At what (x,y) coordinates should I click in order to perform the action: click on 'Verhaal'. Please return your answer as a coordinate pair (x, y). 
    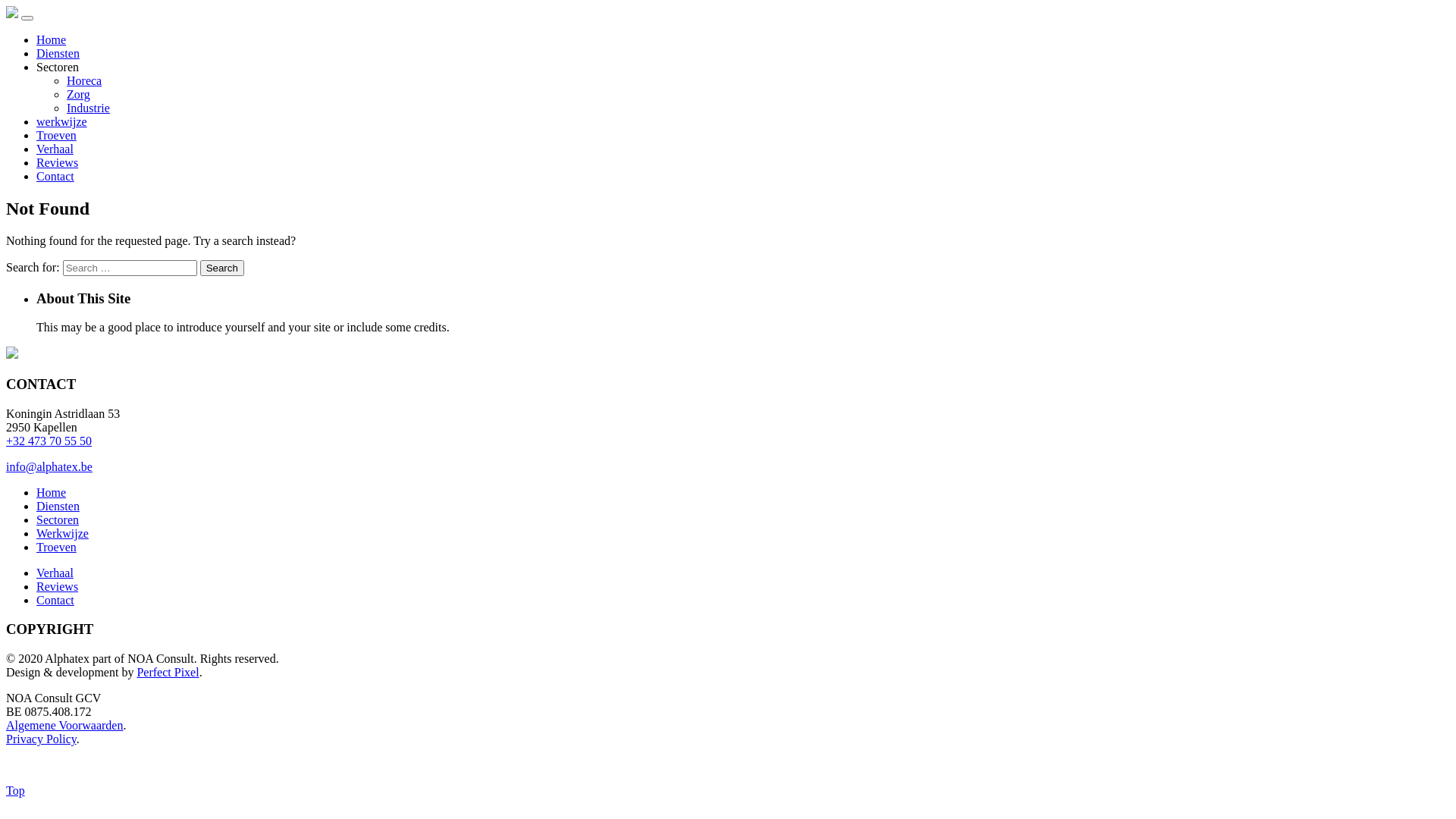
    Looking at the image, I should click on (55, 149).